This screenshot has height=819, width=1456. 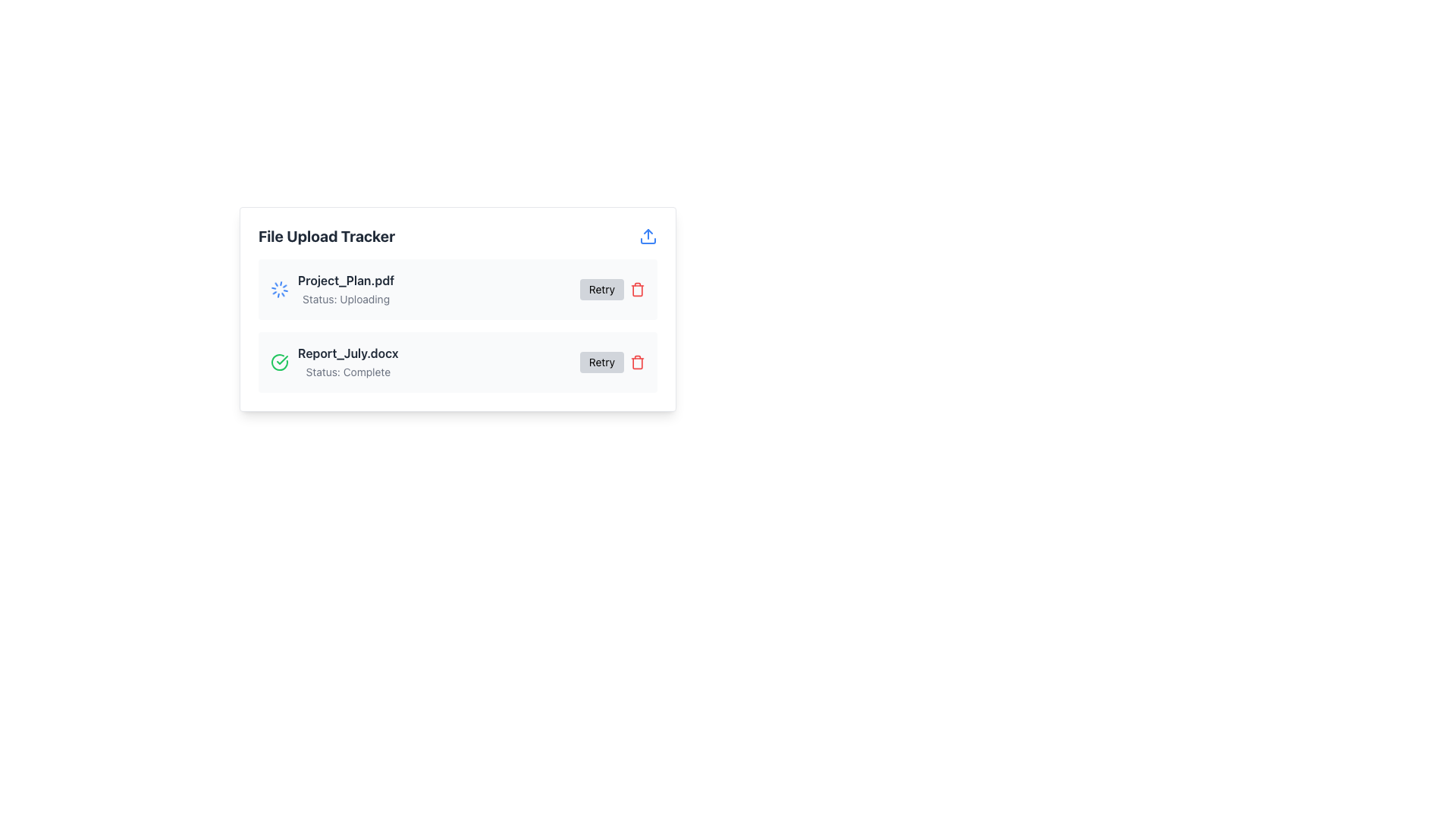 What do you see at coordinates (331, 289) in the screenshot?
I see `the file item labeled 'Project_Plan.pdf' with status 'Status: Uploading' for accessibility navigation` at bounding box center [331, 289].